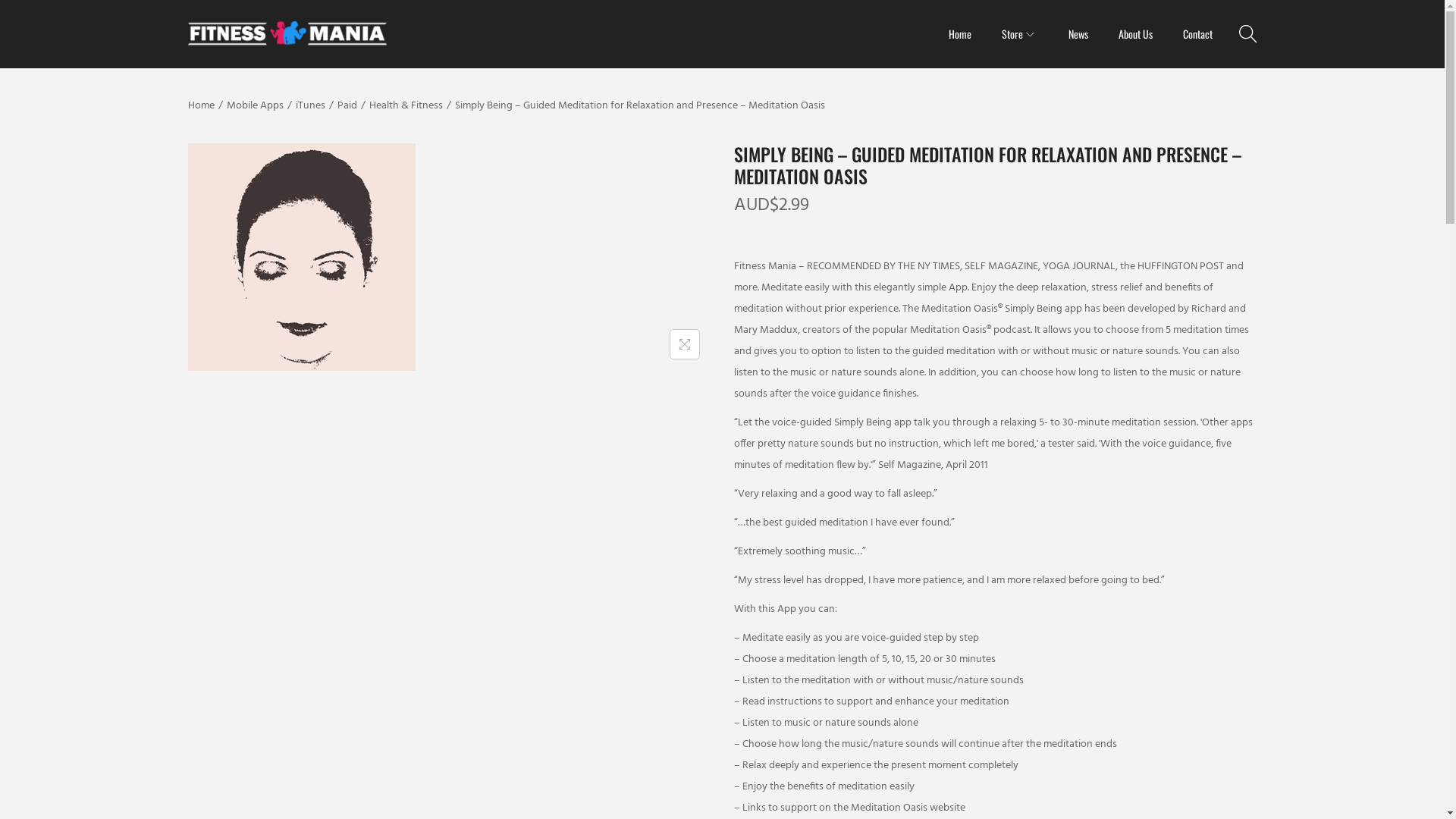 The image size is (1456, 819). Describe the element at coordinates (345, 105) in the screenshot. I see `'Paid'` at that location.